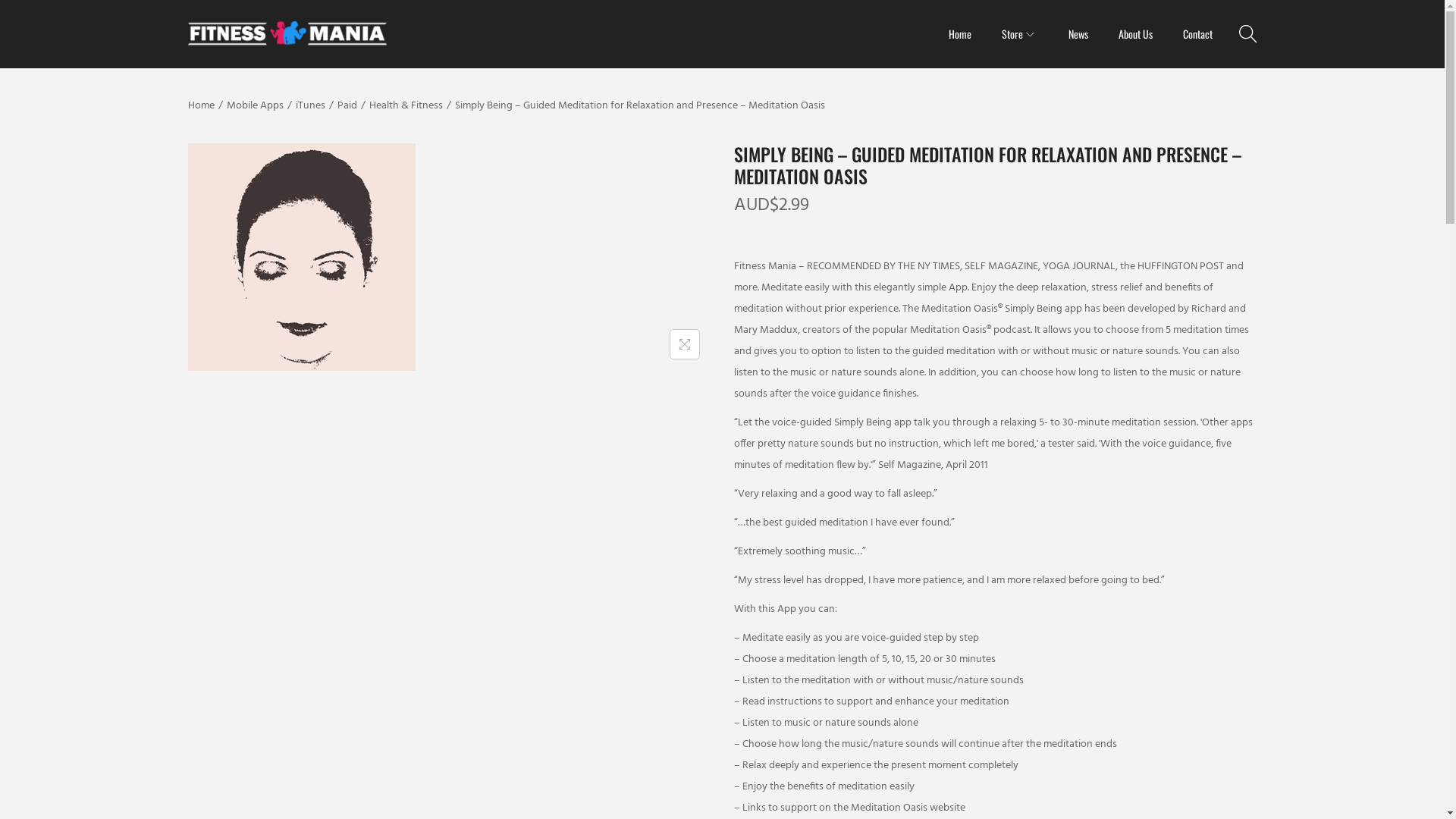 The image size is (1456, 819). Describe the element at coordinates (345, 105) in the screenshot. I see `'Paid'` at that location.